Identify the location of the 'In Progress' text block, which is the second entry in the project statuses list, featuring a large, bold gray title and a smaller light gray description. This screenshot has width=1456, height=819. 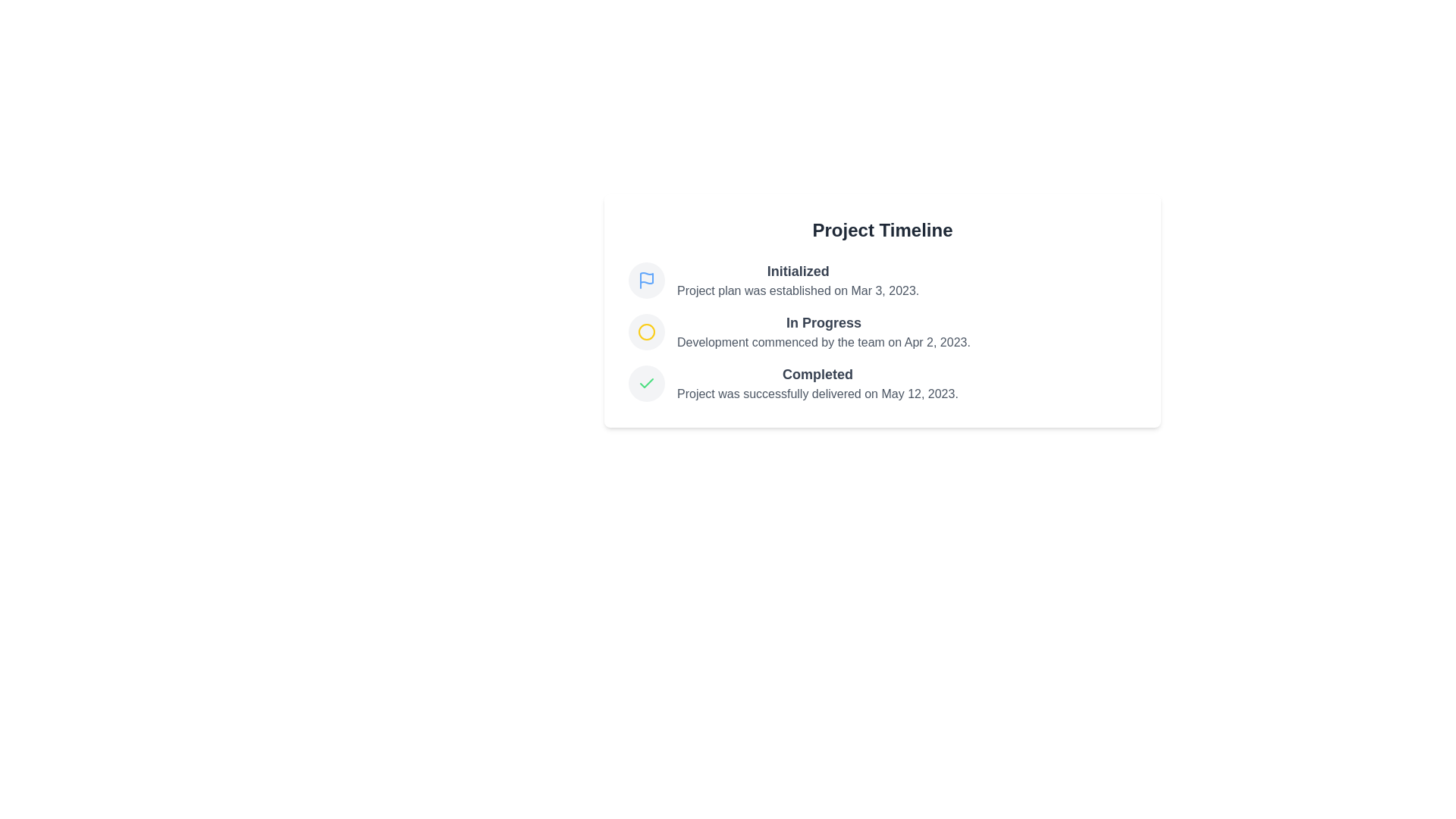
(823, 331).